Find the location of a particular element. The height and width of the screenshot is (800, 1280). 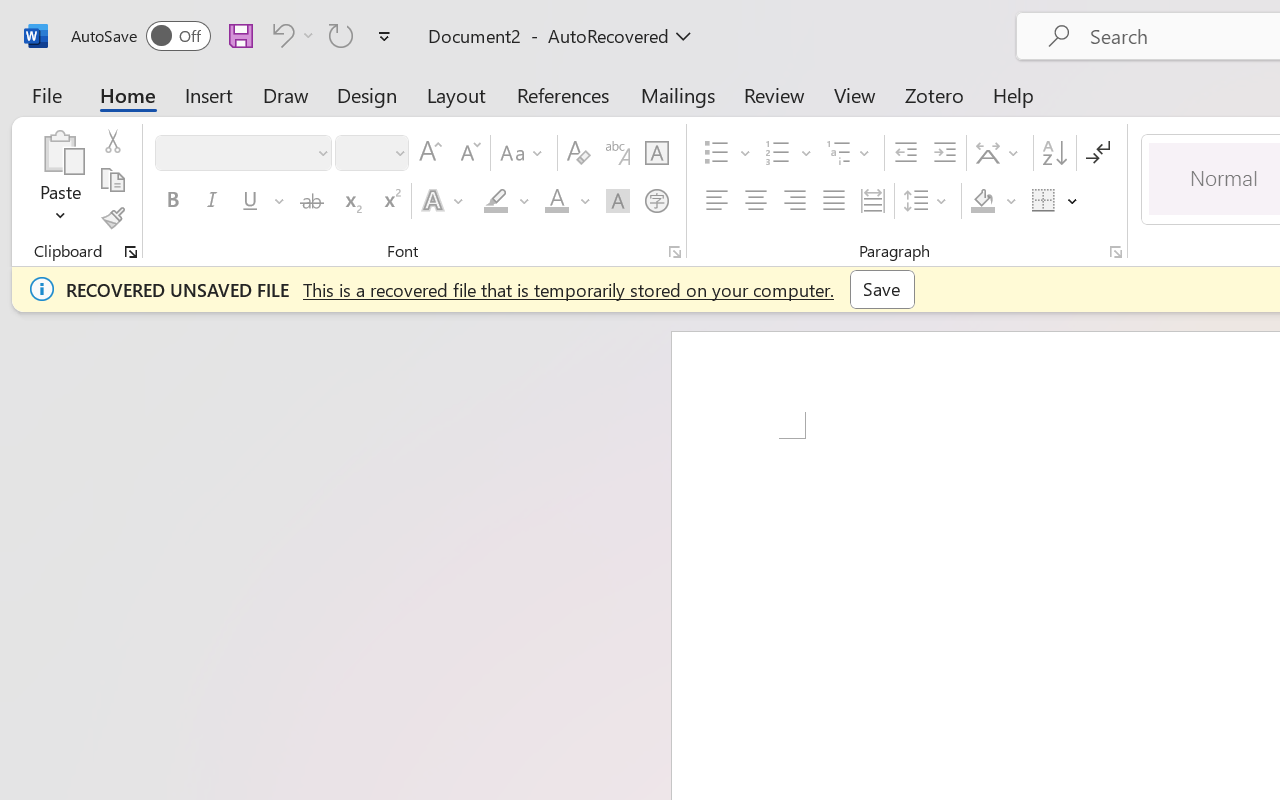

'Character Border' is located at coordinates (656, 153).